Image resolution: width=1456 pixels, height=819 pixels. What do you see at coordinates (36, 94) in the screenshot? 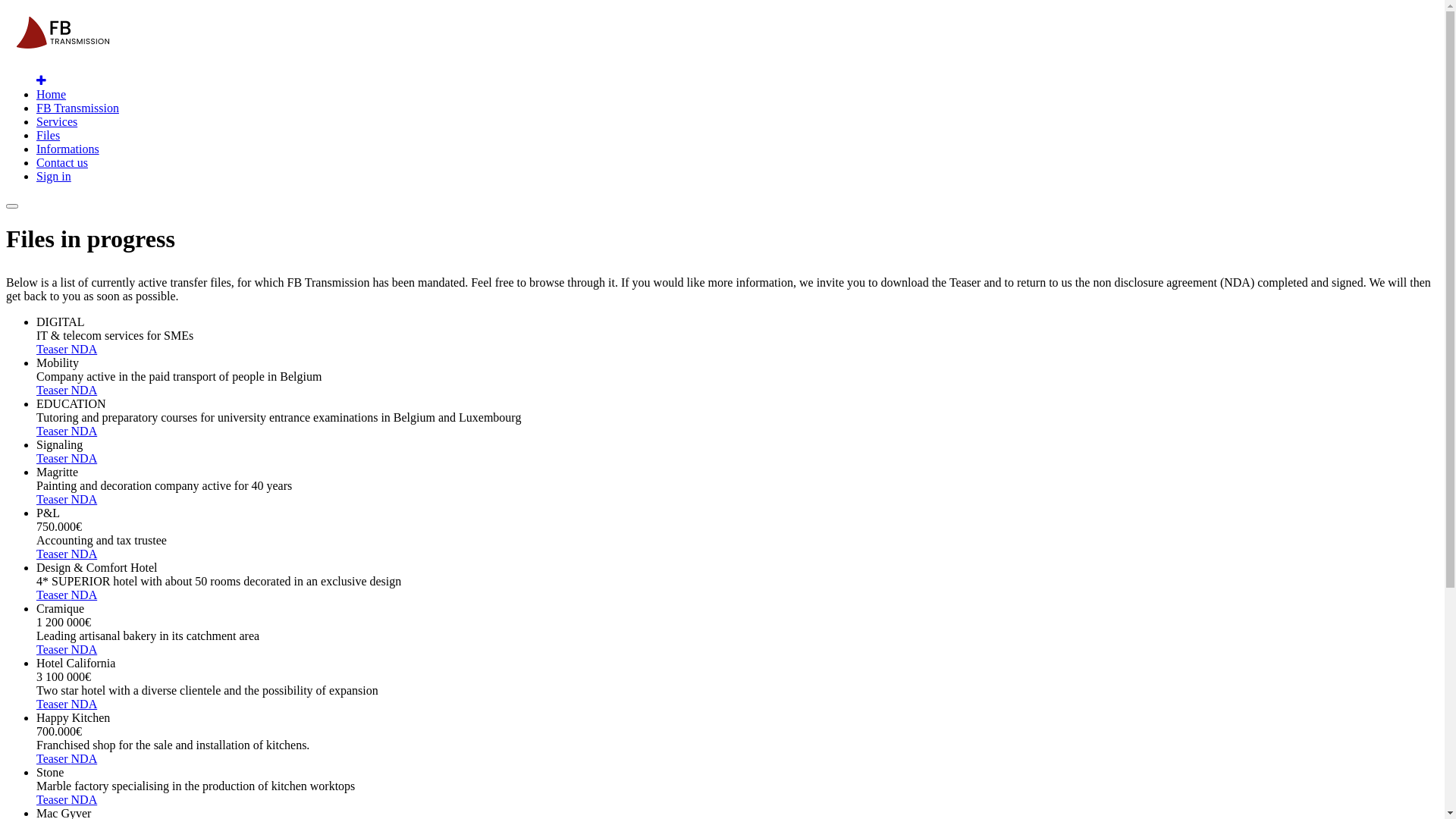
I see `'Home'` at bounding box center [36, 94].